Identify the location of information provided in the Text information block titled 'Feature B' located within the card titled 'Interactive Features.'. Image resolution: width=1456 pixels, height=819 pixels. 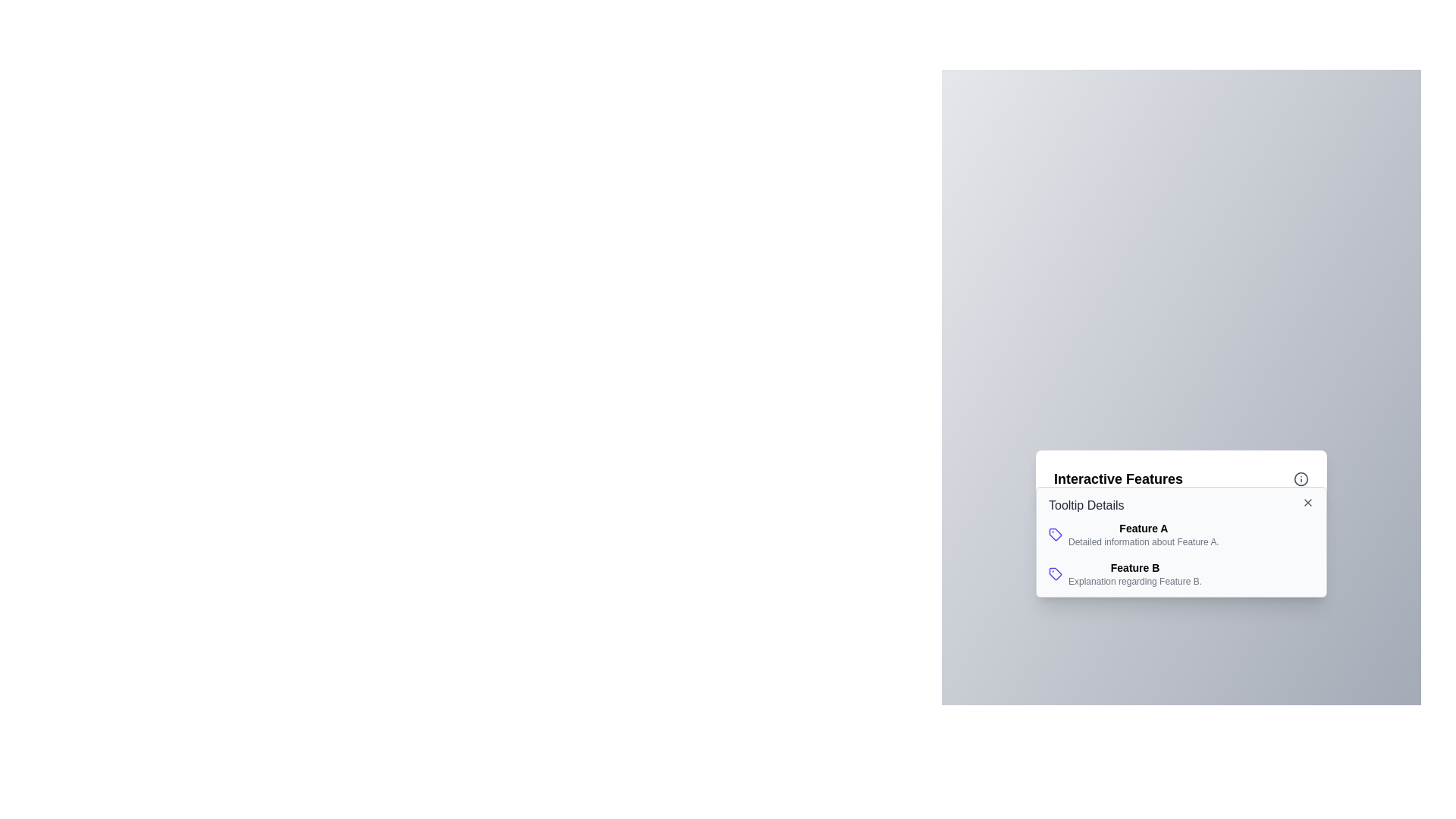
(1135, 573).